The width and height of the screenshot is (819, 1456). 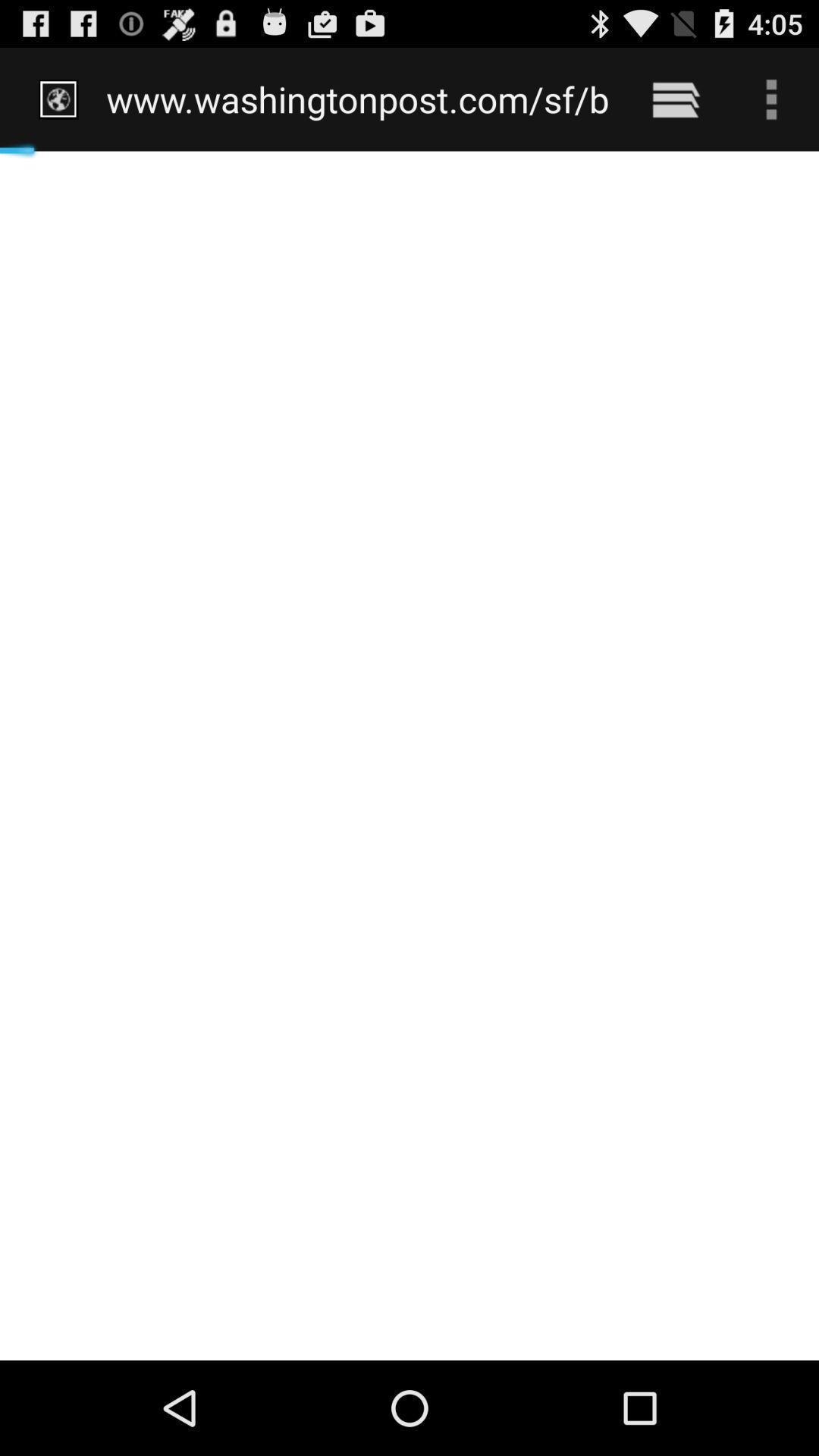 I want to click on the www washingtonpost com icon, so click(x=358, y=99).